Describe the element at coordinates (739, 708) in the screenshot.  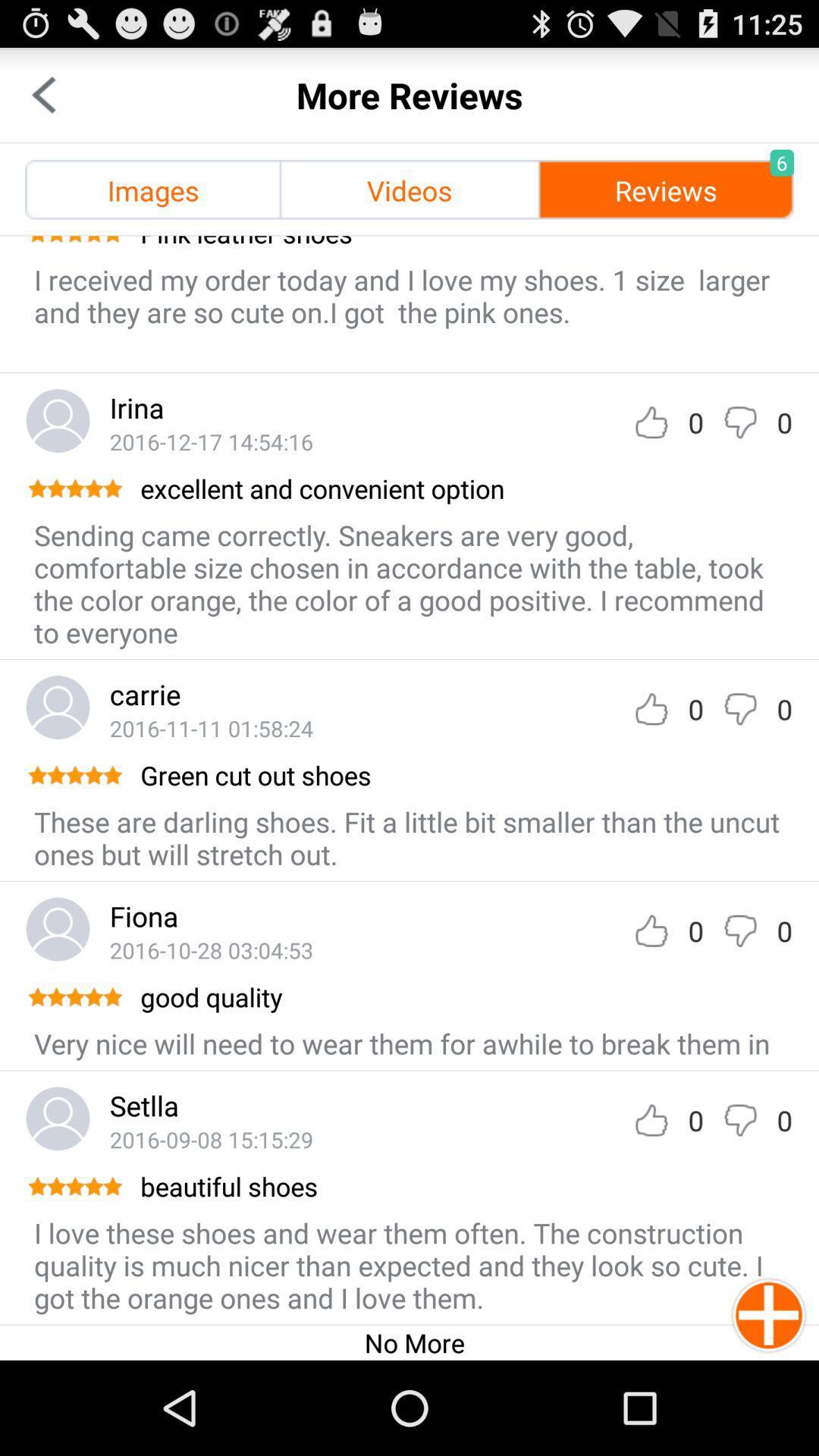
I see `thumbs down` at that location.